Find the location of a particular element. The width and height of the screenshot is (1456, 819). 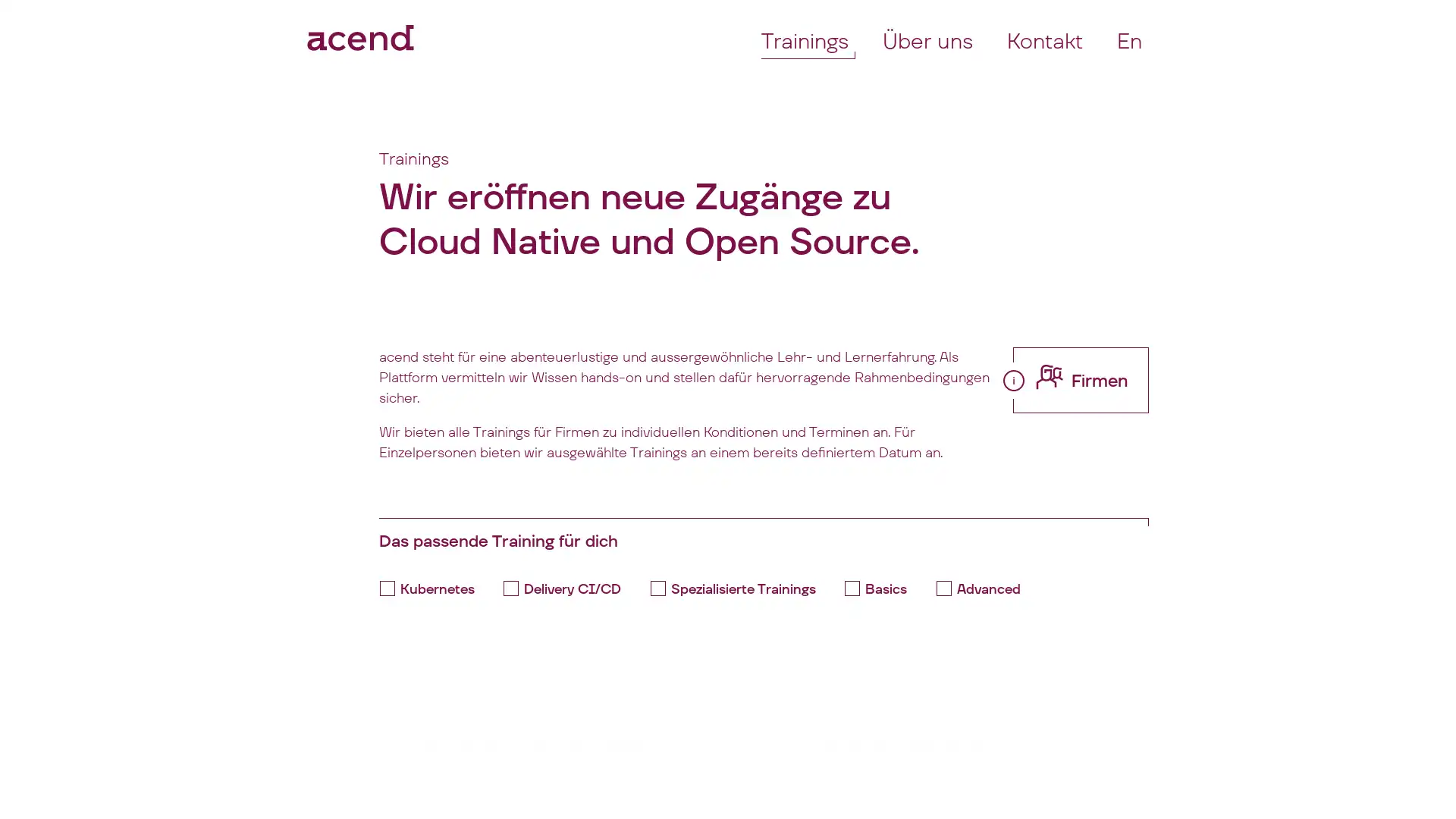

Kubernetes is located at coordinates (431, 588).